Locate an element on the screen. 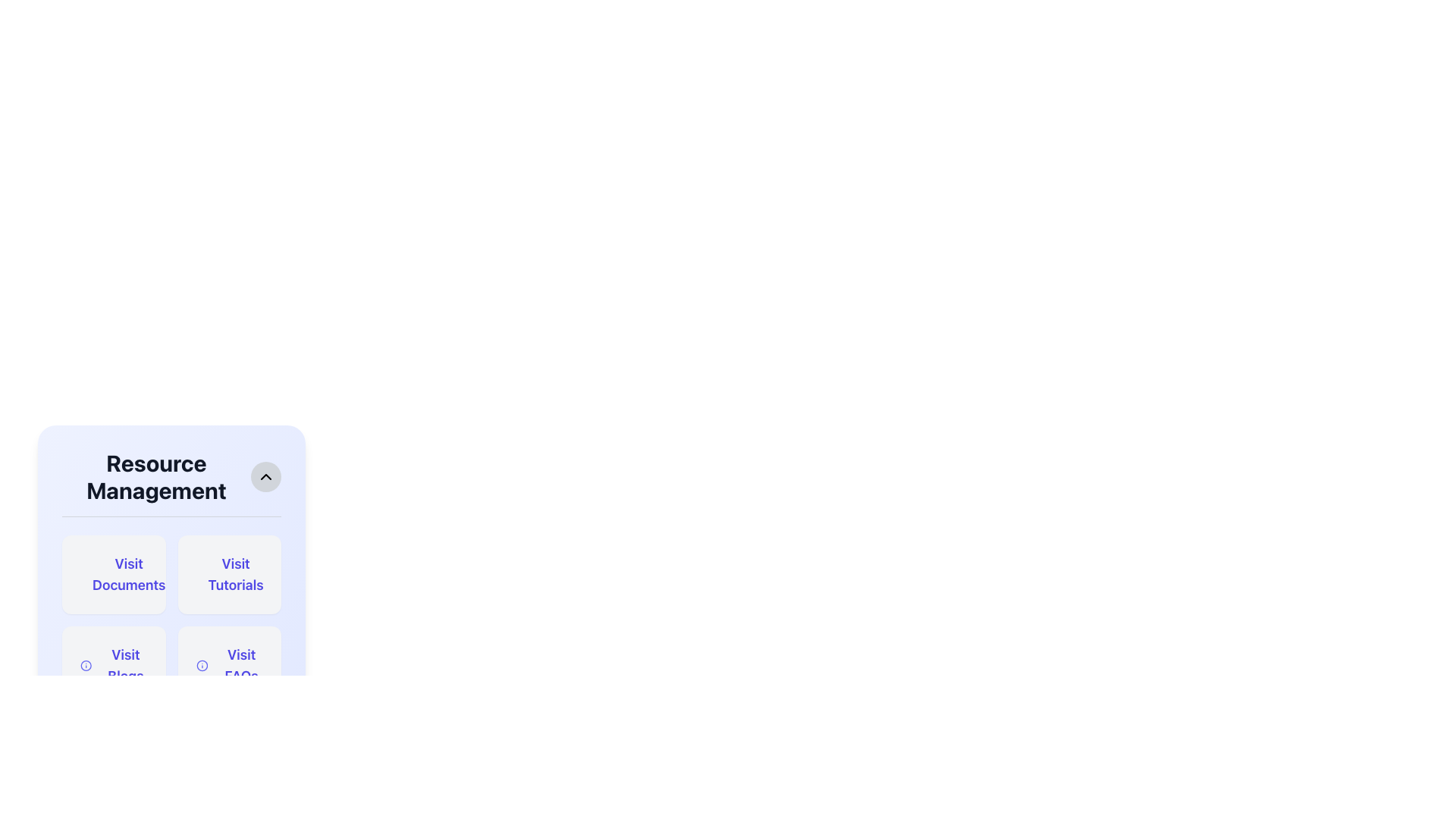 This screenshot has height=819, width=1456. the circular SVG shape that serves as the outer ring of the information icon in the top left corner of the 'Resource Management' section, near the text 'Visit Blogs' is located at coordinates (201, 665).